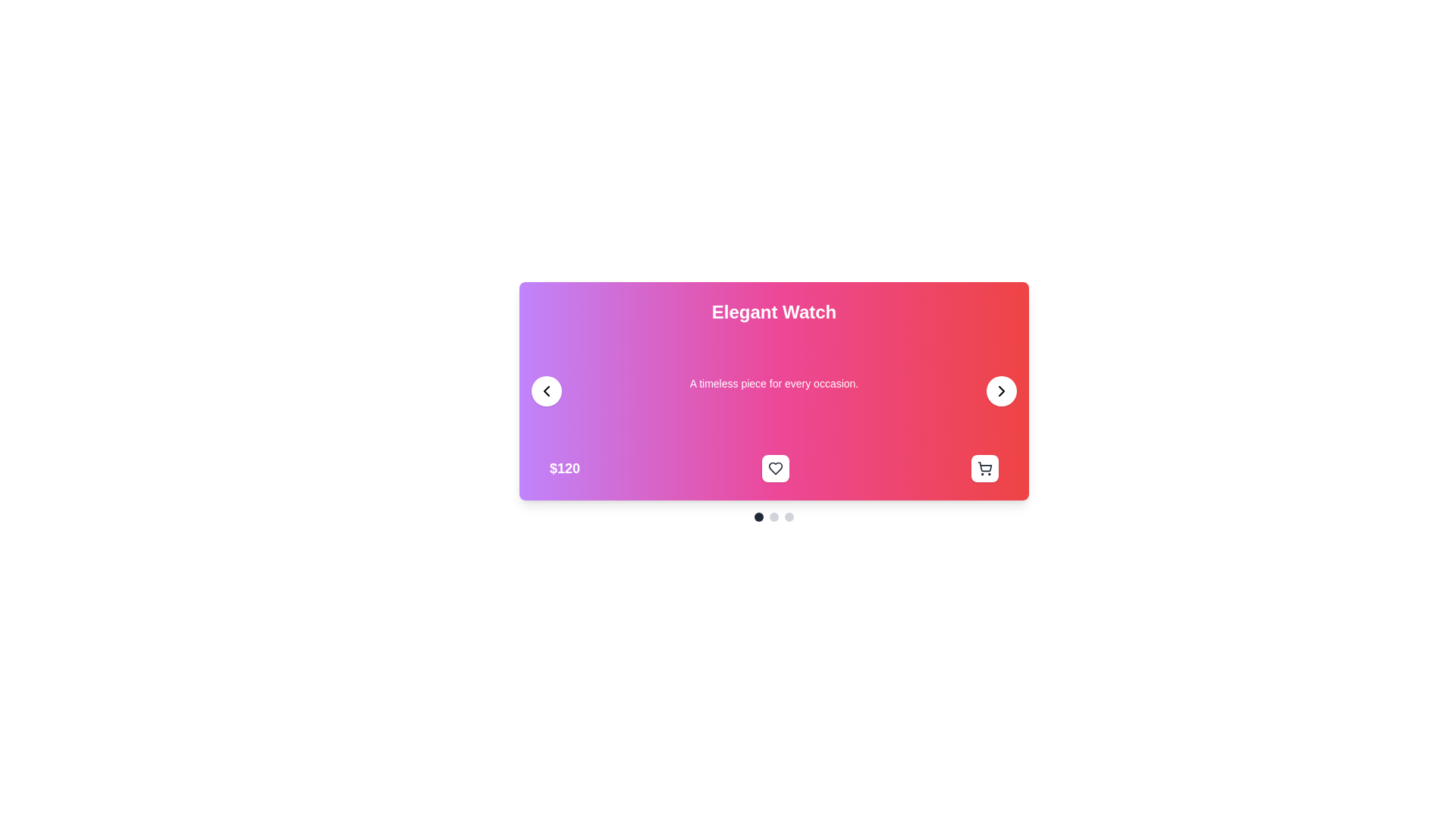  What do you see at coordinates (984, 467) in the screenshot?
I see `the shopping cart icon located at the bottom-right corner of the card layout` at bounding box center [984, 467].